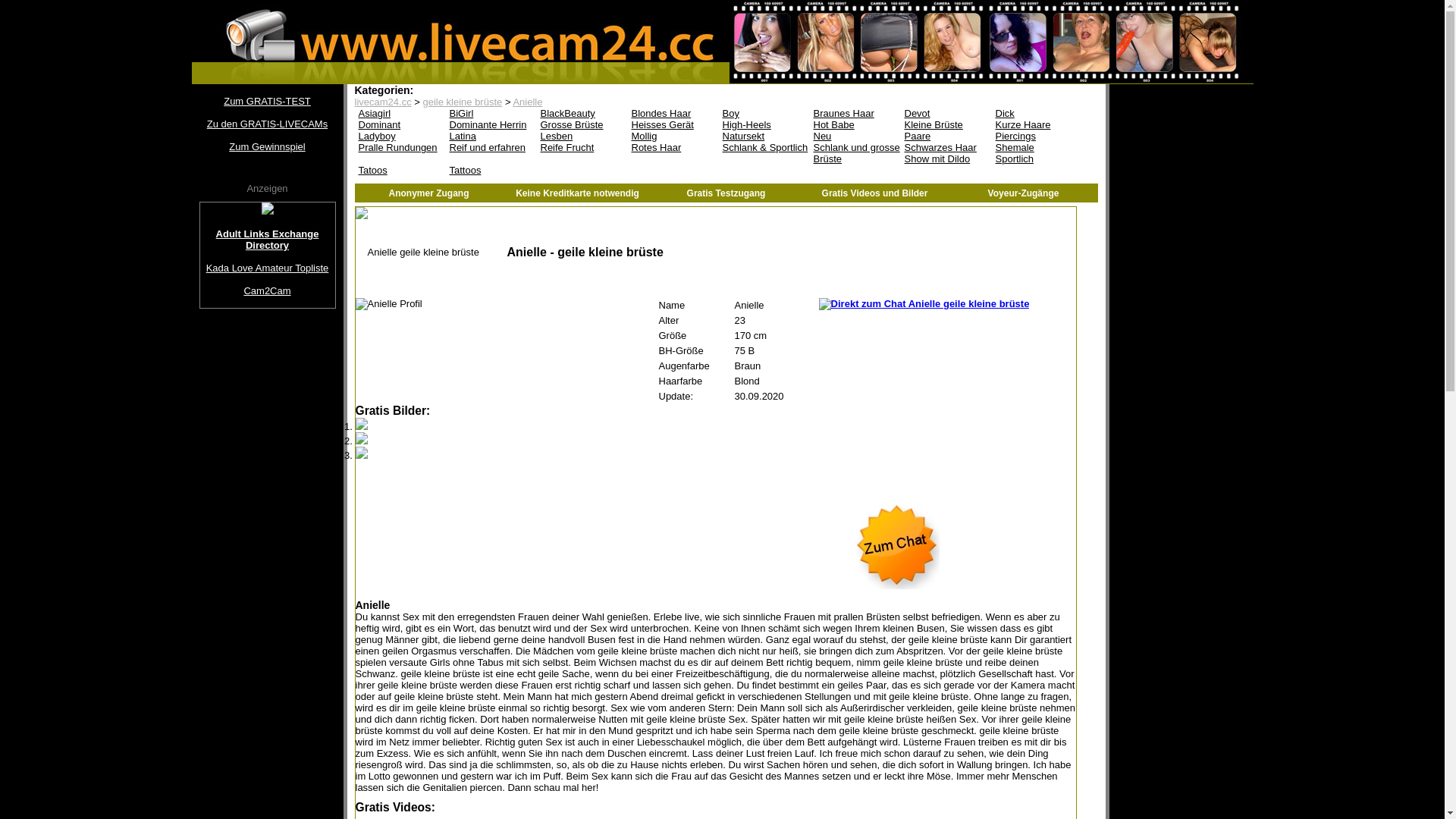 The width and height of the screenshot is (1456, 819). What do you see at coordinates (628, 147) in the screenshot?
I see `'Rotes Haar'` at bounding box center [628, 147].